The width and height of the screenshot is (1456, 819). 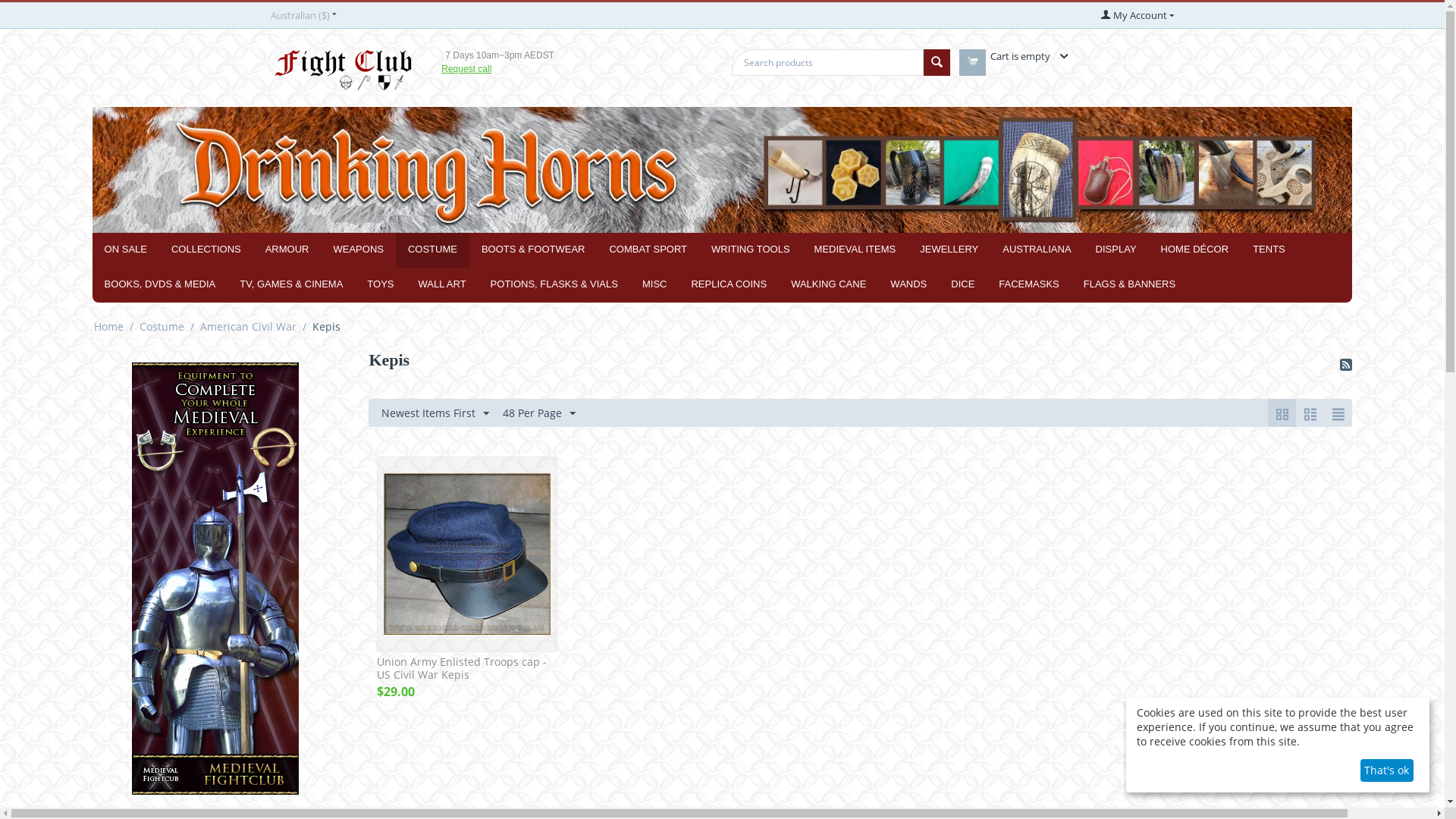 What do you see at coordinates (1137, 14) in the screenshot?
I see `' My Account'` at bounding box center [1137, 14].